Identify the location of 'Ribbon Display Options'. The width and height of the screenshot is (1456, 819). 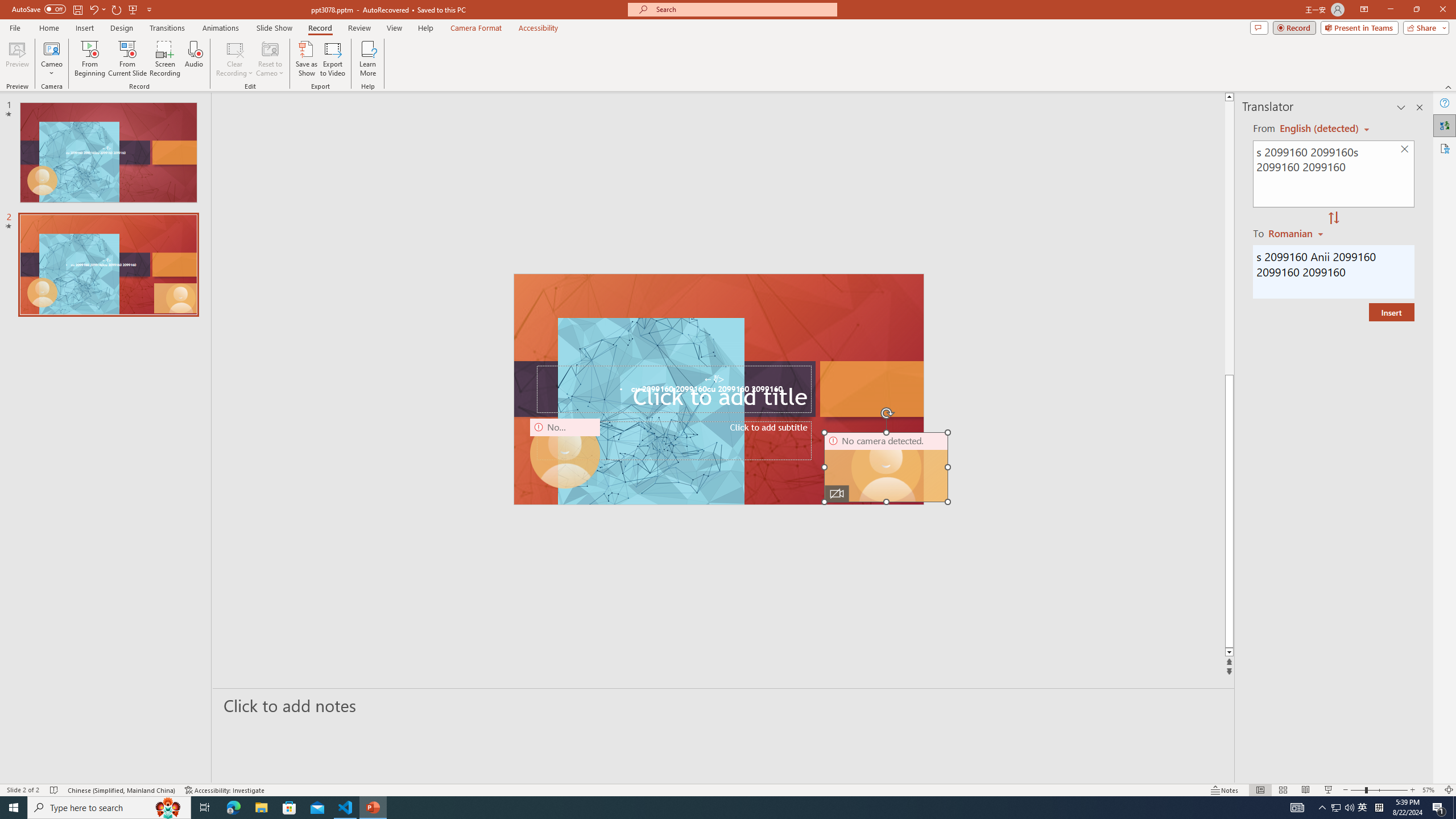
(1363, 9).